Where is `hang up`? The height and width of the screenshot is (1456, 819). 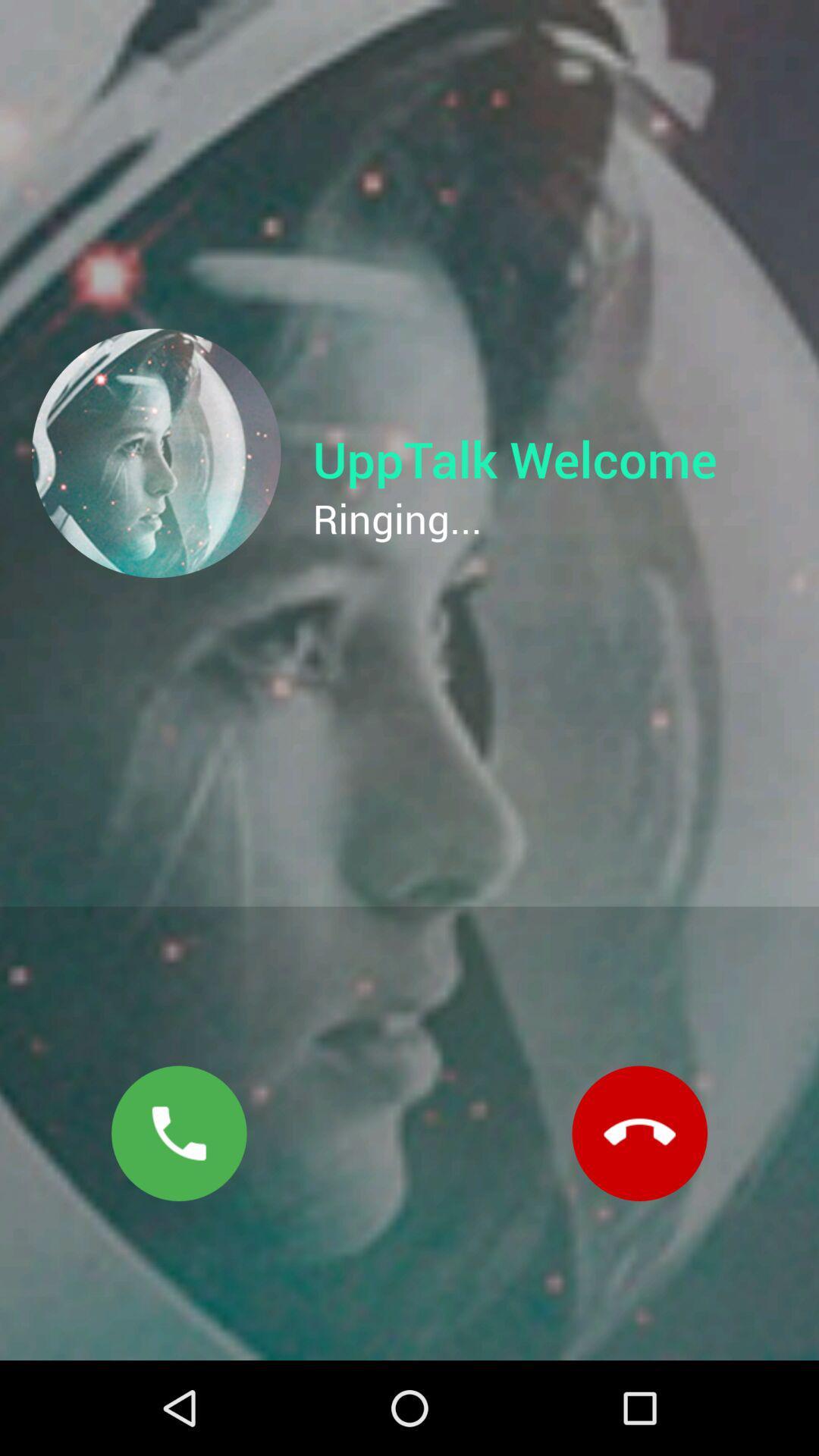
hang up is located at coordinates (639, 1133).